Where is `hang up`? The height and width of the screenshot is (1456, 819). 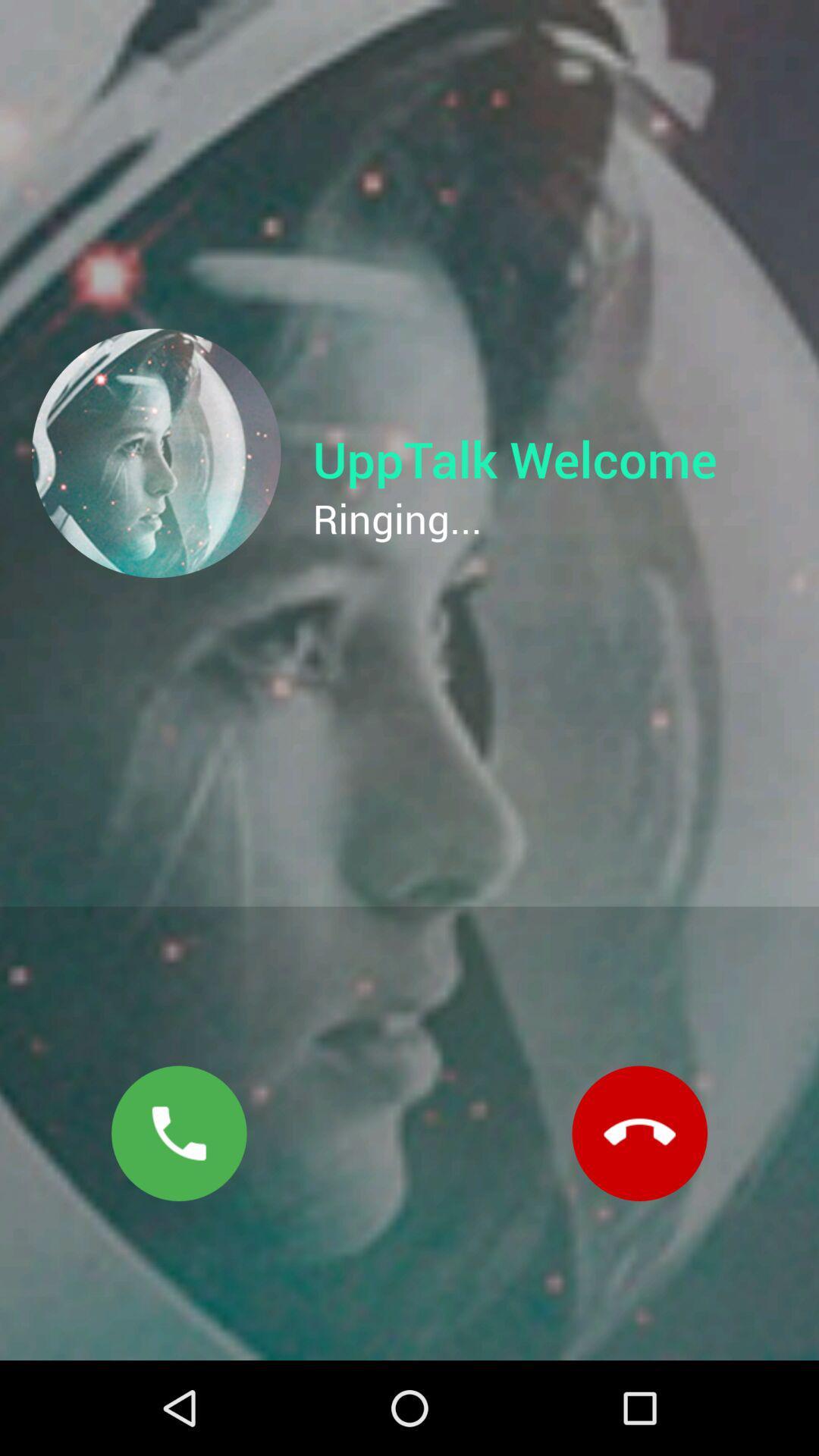
hang up is located at coordinates (639, 1133).